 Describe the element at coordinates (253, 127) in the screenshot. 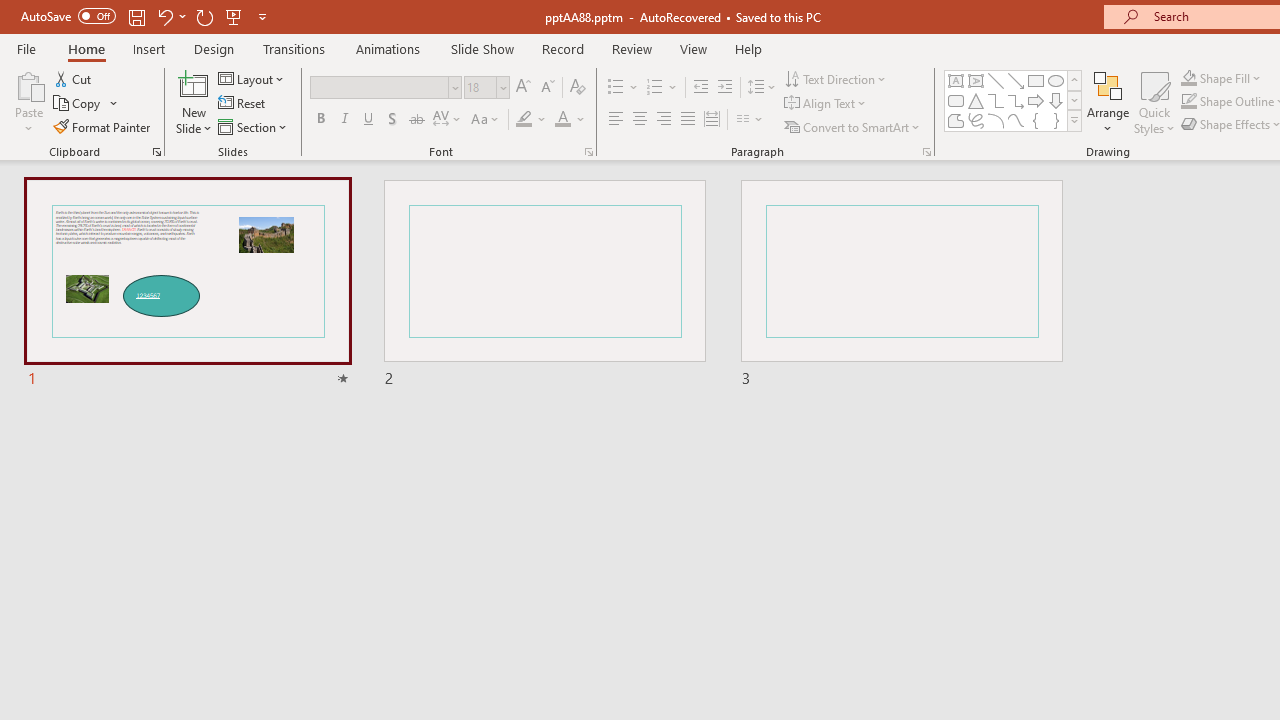

I see `'Section'` at that location.